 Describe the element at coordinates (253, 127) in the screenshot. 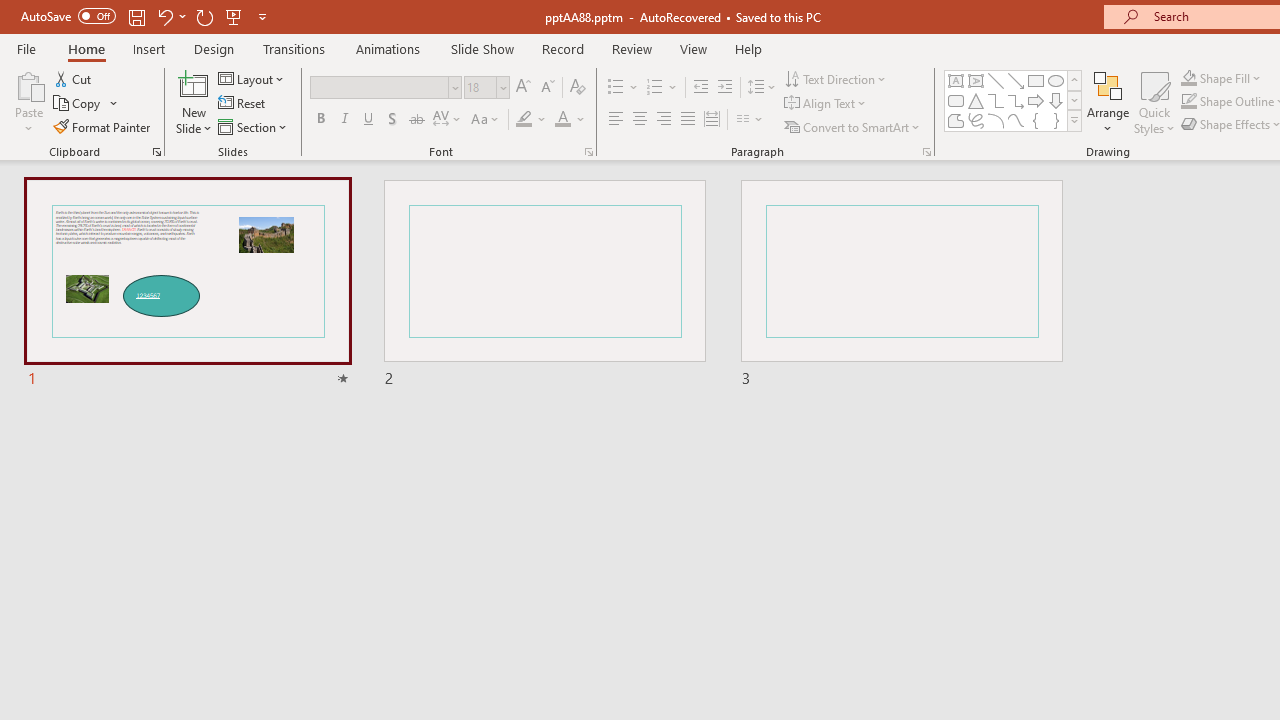

I see `'Section'` at that location.